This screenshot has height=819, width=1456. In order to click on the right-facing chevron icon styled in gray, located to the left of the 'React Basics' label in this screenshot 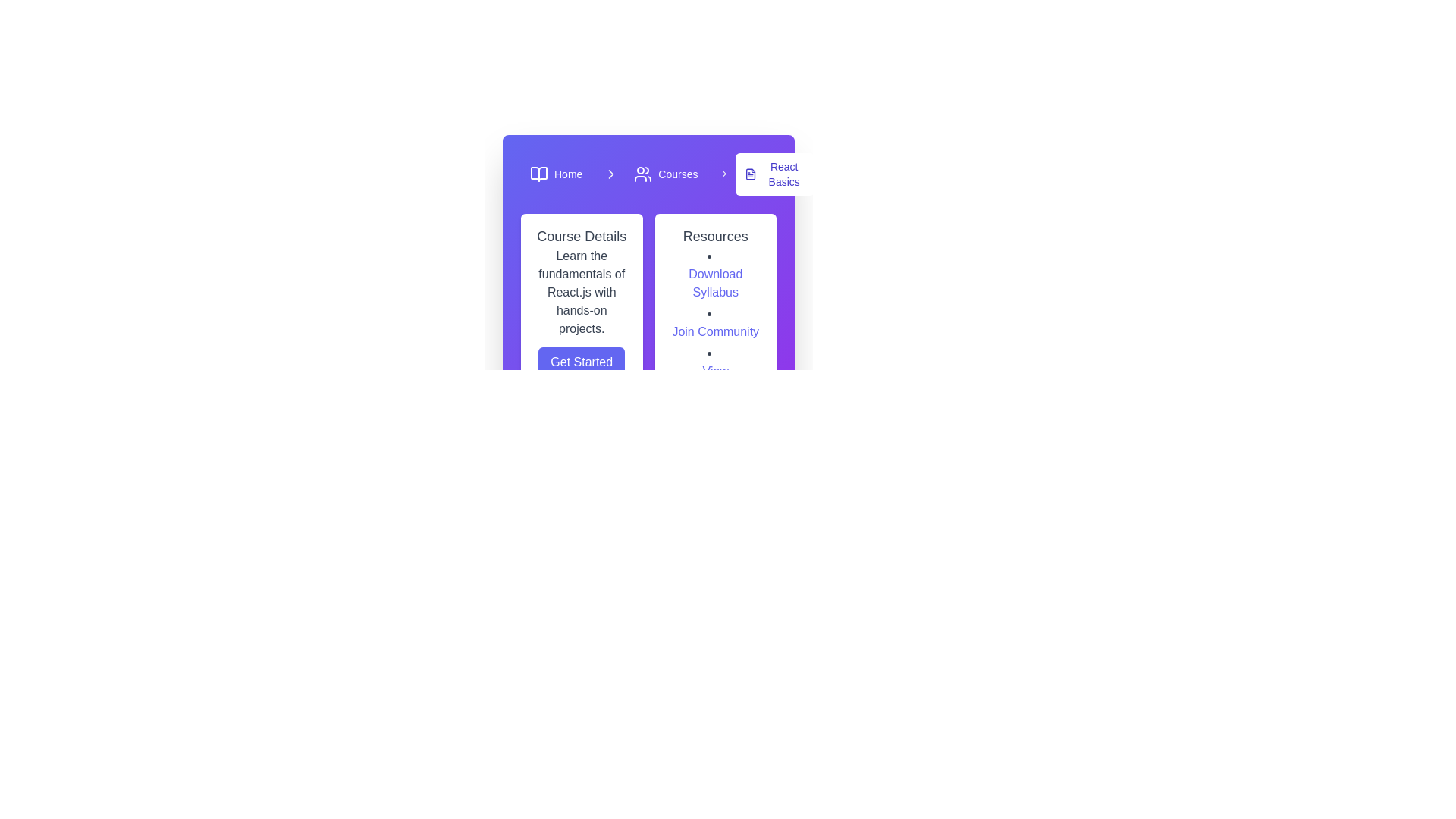, I will do `click(723, 174)`.